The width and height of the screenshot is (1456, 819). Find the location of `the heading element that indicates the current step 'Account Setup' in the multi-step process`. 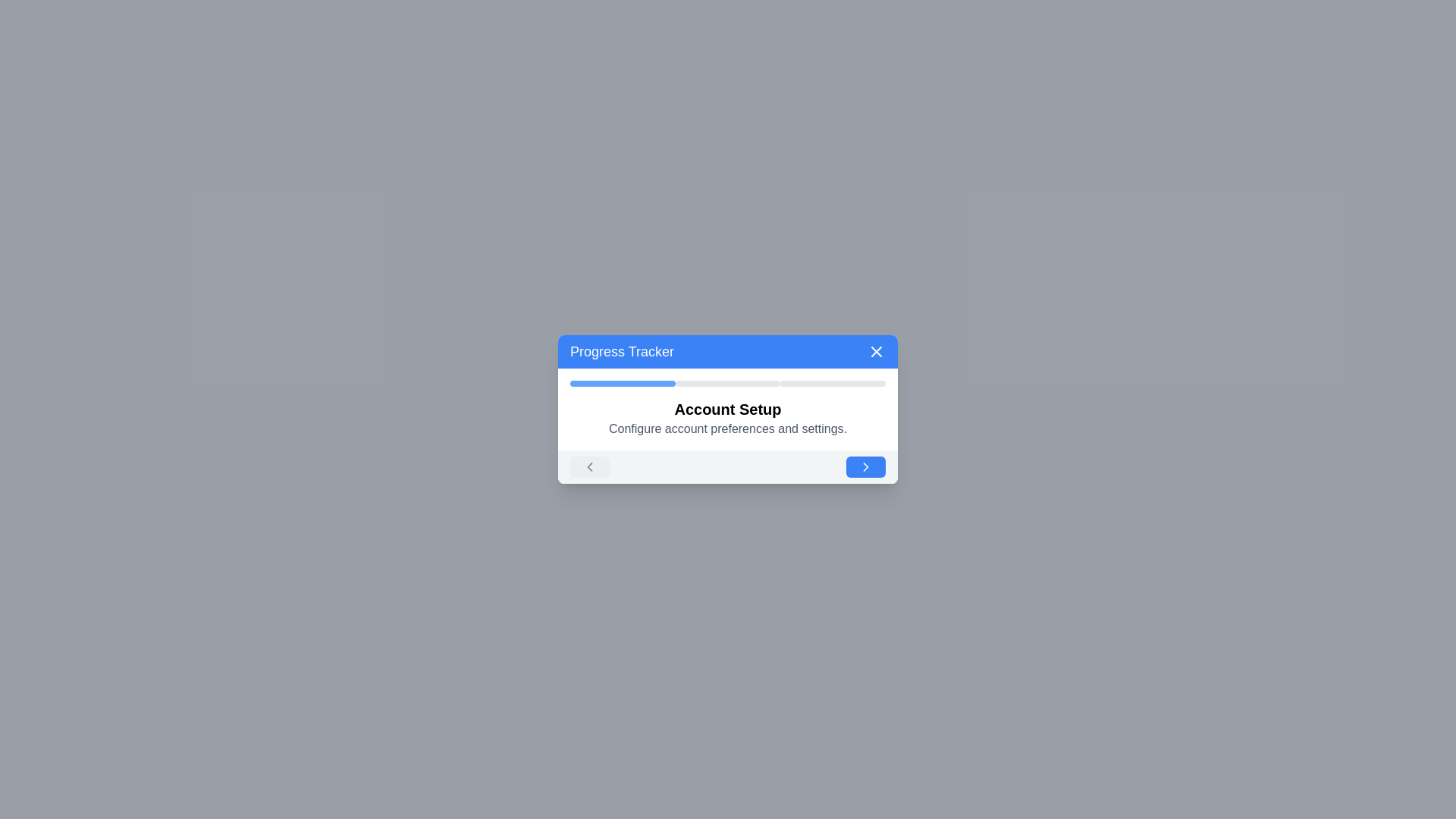

the heading element that indicates the current step 'Account Setup' in the multi-step process is located at coordinates (728, 409).